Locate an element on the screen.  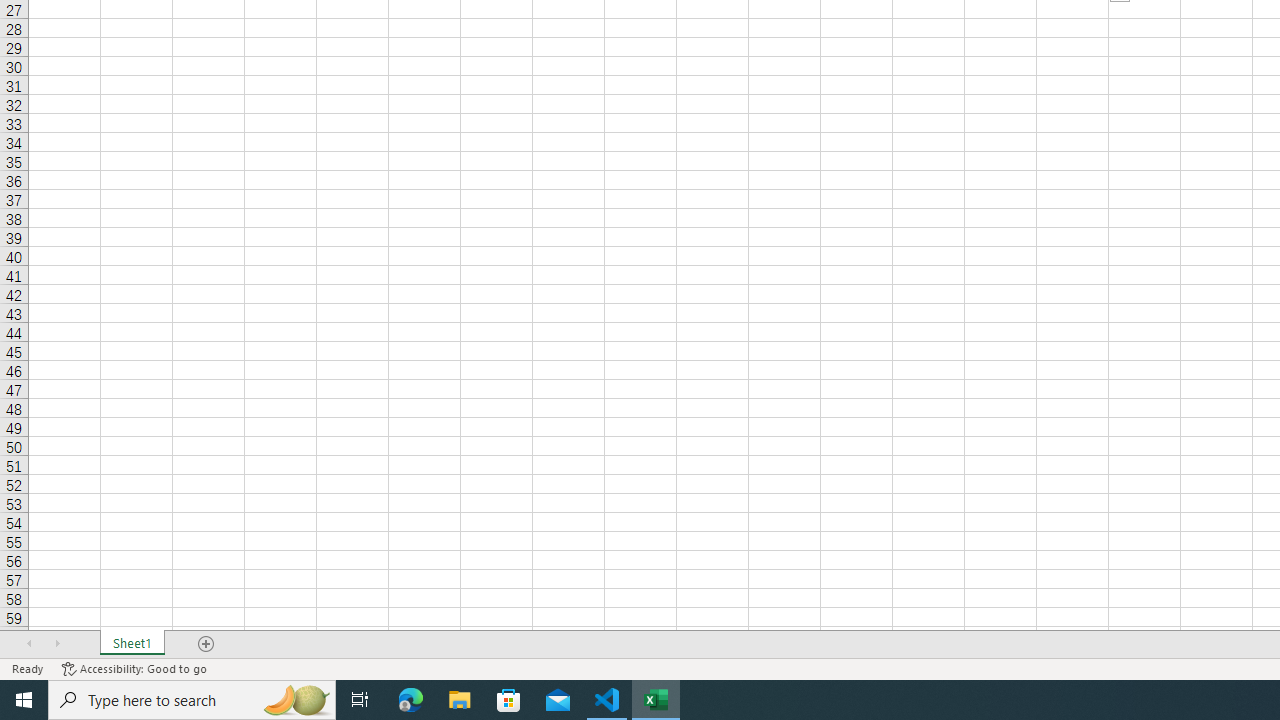
'Scroll Right' is located at coordinates (57, 644).